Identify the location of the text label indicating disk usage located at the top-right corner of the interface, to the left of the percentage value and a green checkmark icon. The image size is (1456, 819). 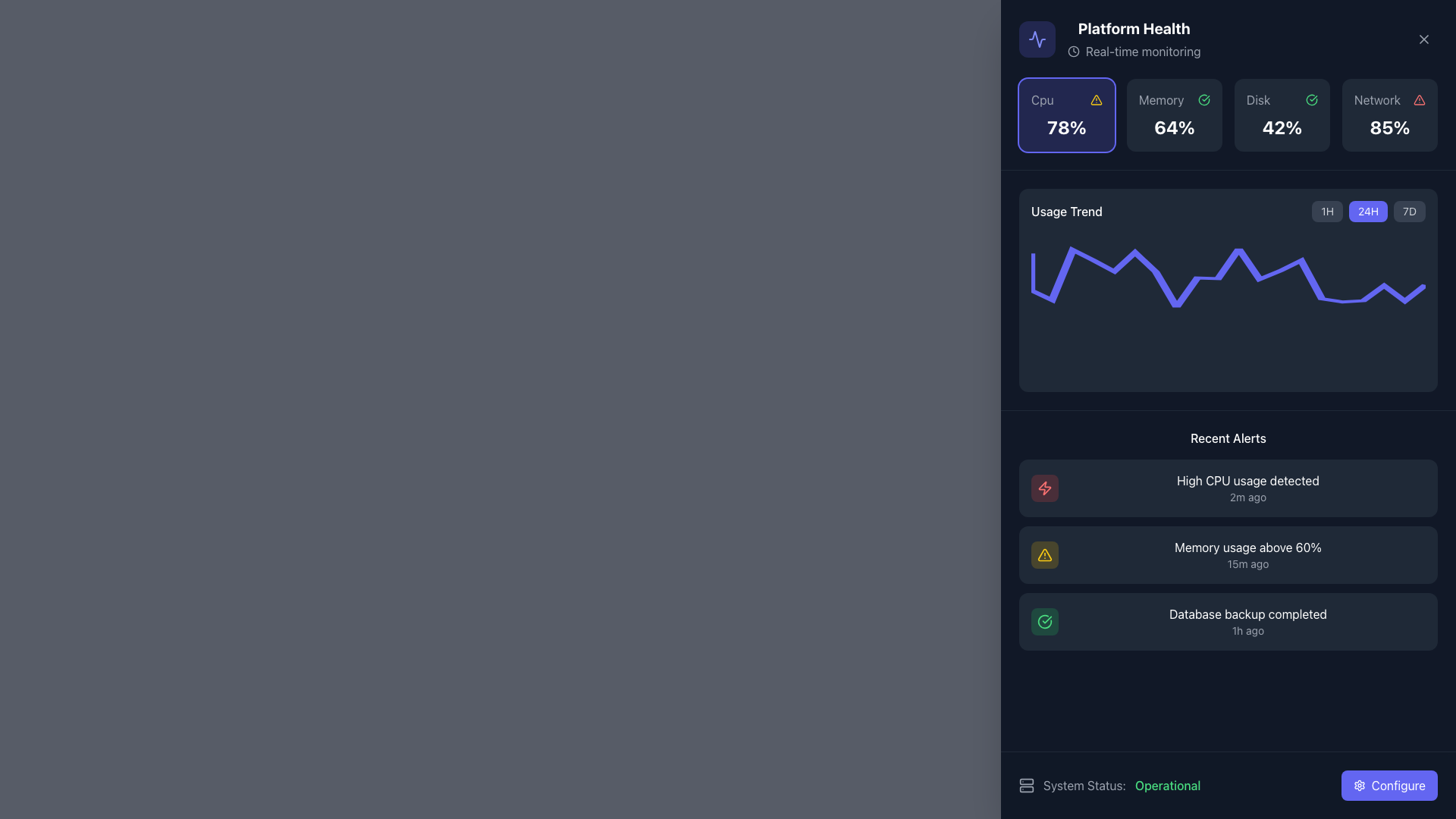
(1258, 99).